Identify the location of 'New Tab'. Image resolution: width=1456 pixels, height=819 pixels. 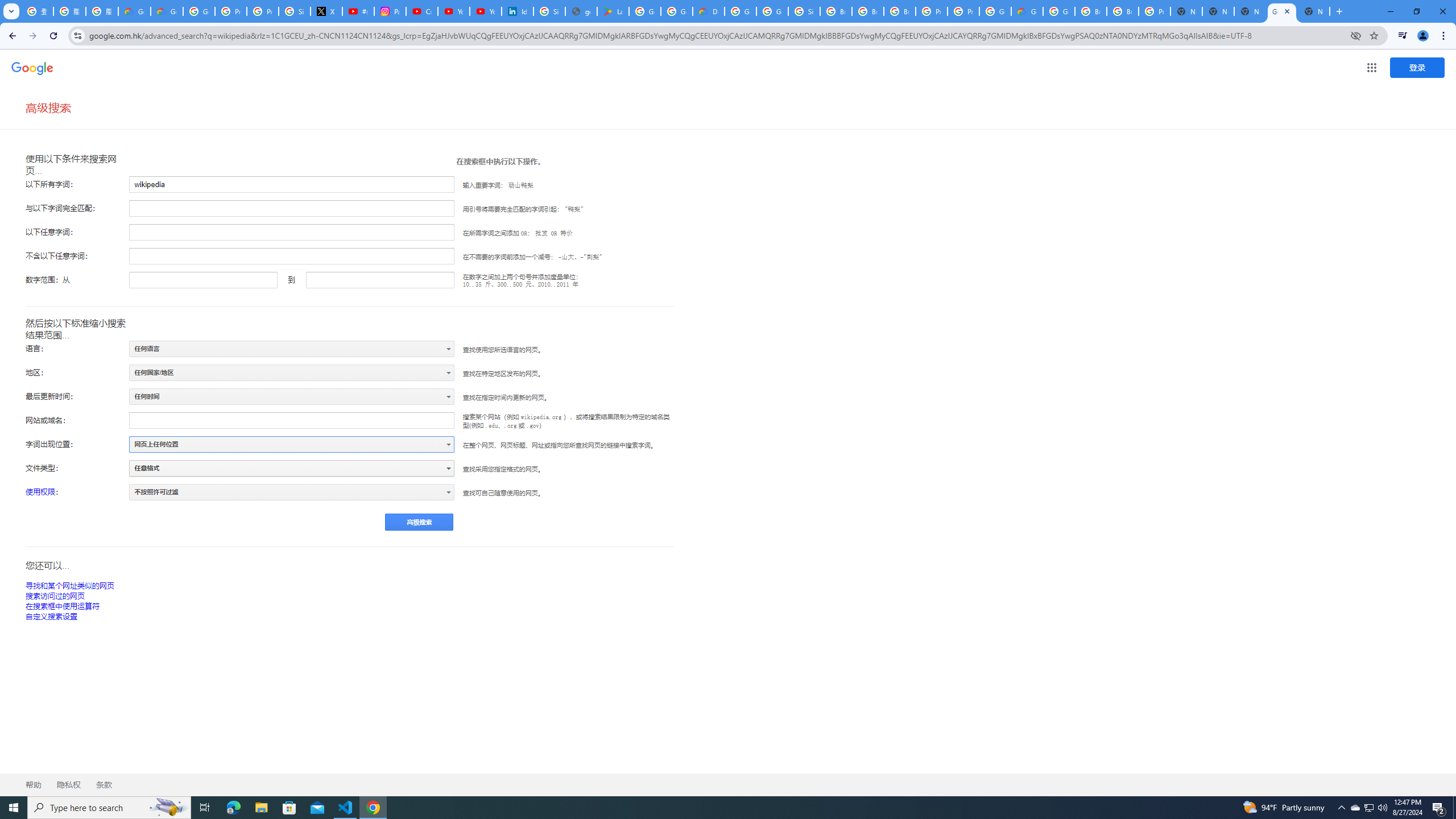
(1314, 11).